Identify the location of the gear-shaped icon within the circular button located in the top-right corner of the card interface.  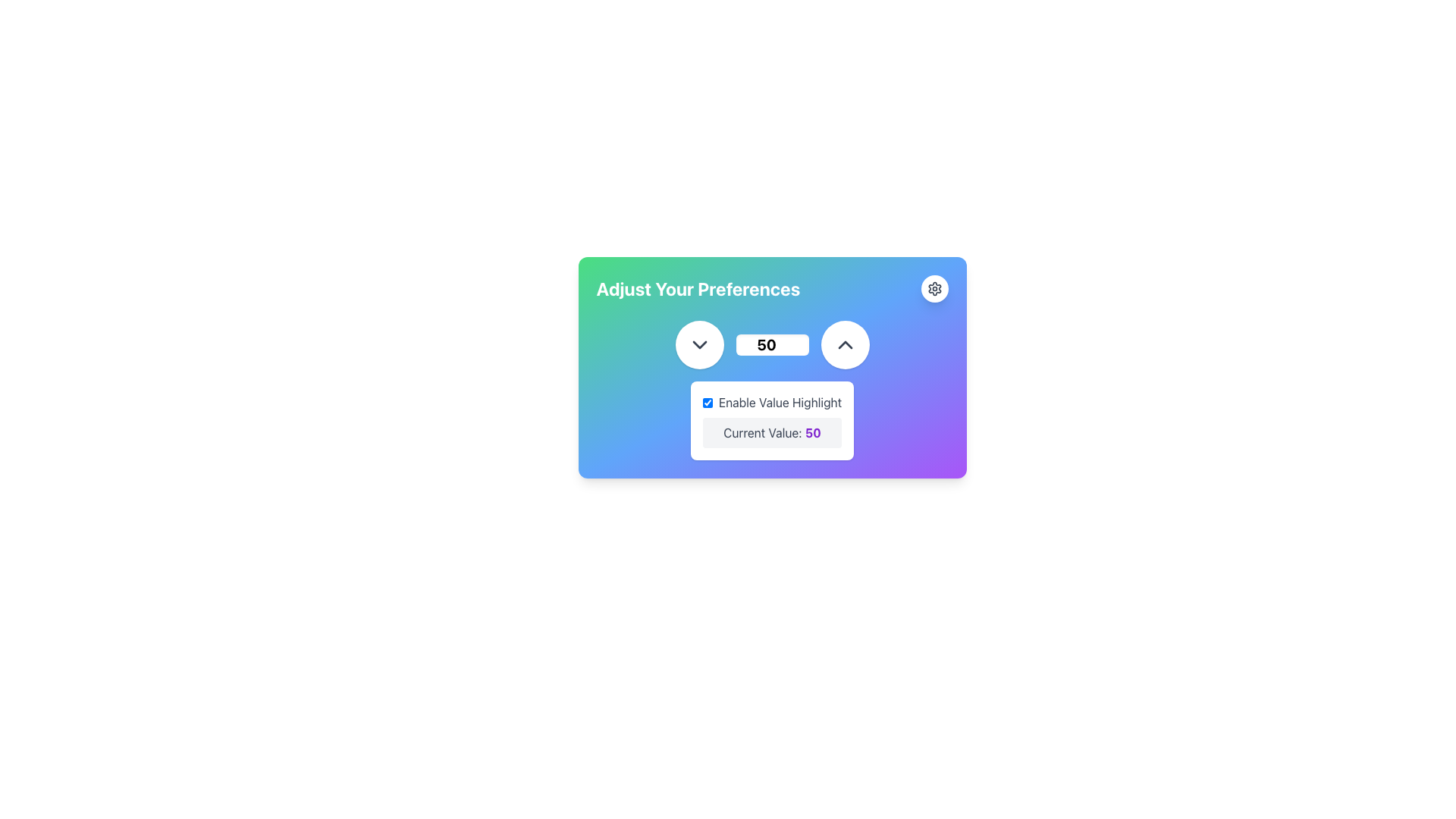
(934, 289).